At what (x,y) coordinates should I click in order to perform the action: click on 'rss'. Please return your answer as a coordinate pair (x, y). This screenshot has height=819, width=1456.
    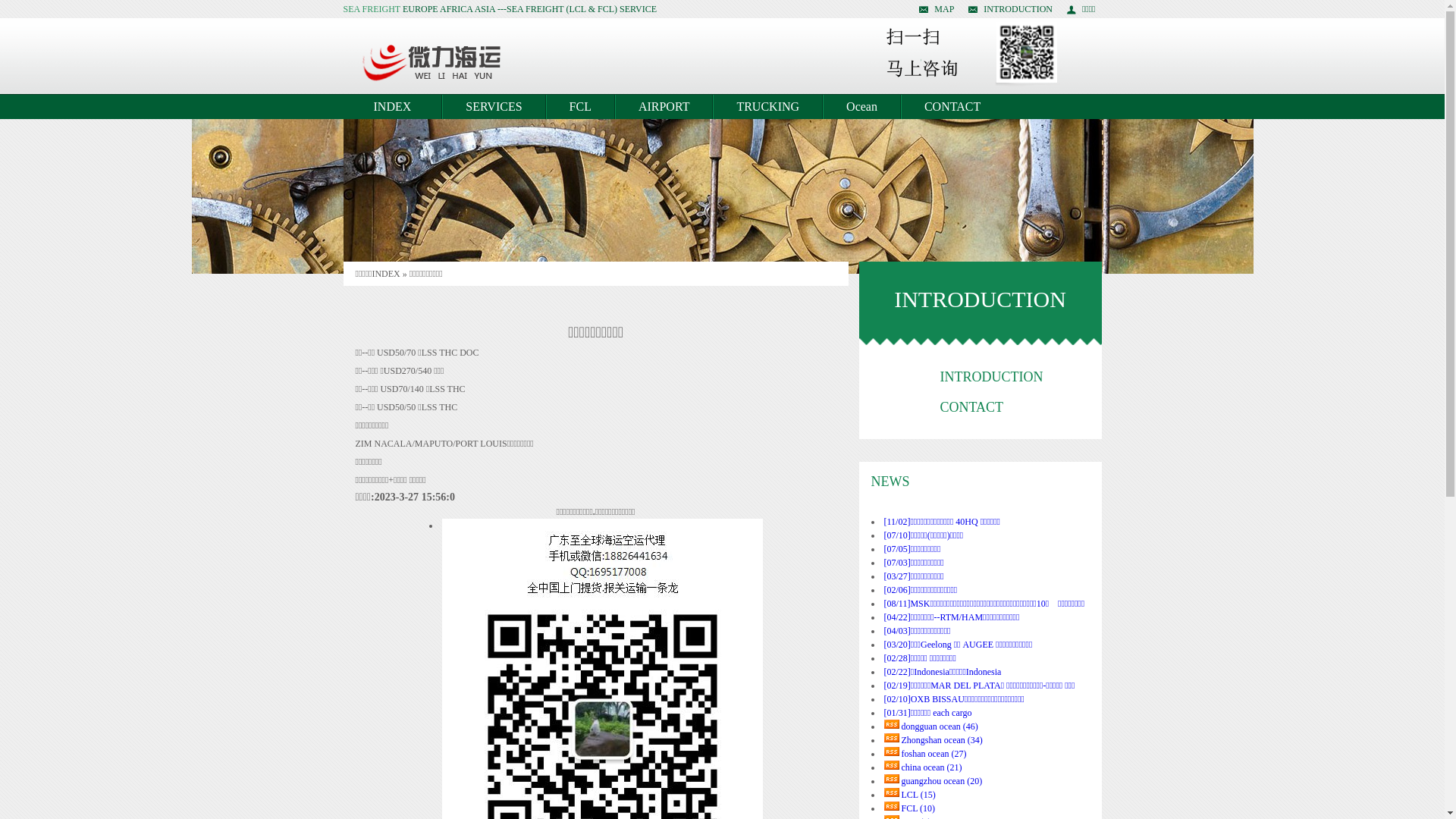
    Looking at the image, I should click on (884, 778).